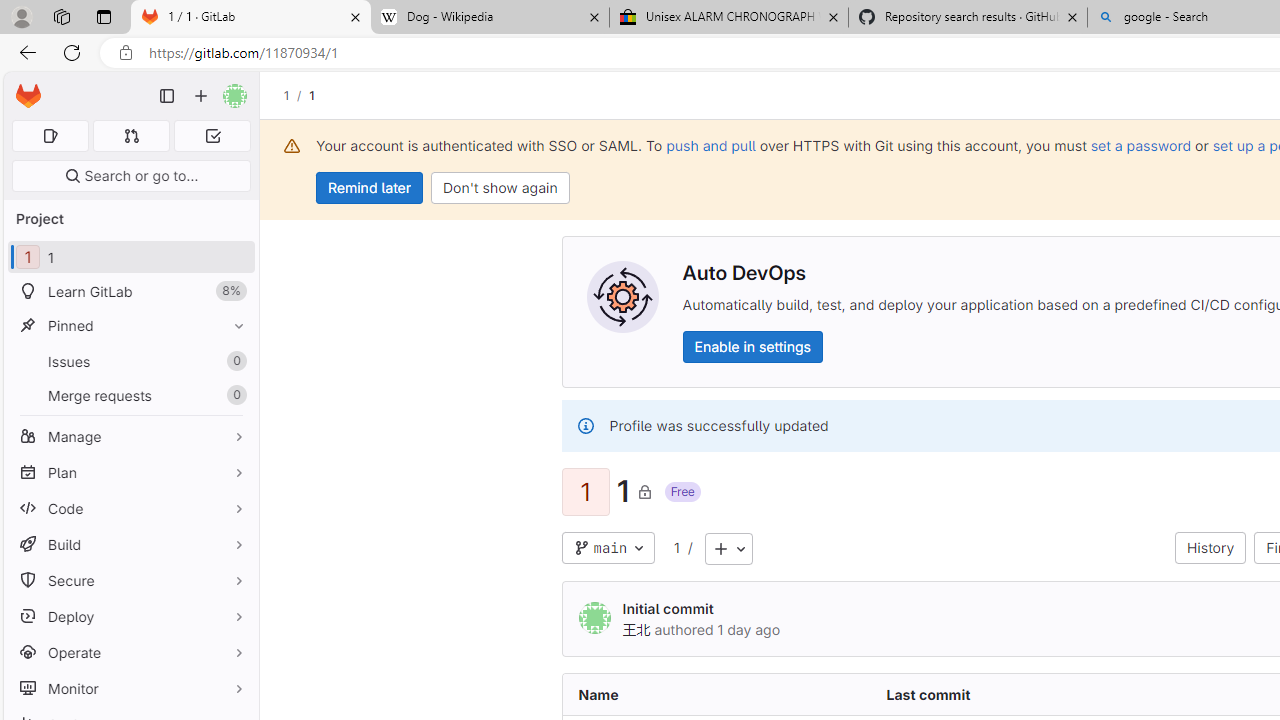  I want to click on 'push and pull', so click(711, 144).